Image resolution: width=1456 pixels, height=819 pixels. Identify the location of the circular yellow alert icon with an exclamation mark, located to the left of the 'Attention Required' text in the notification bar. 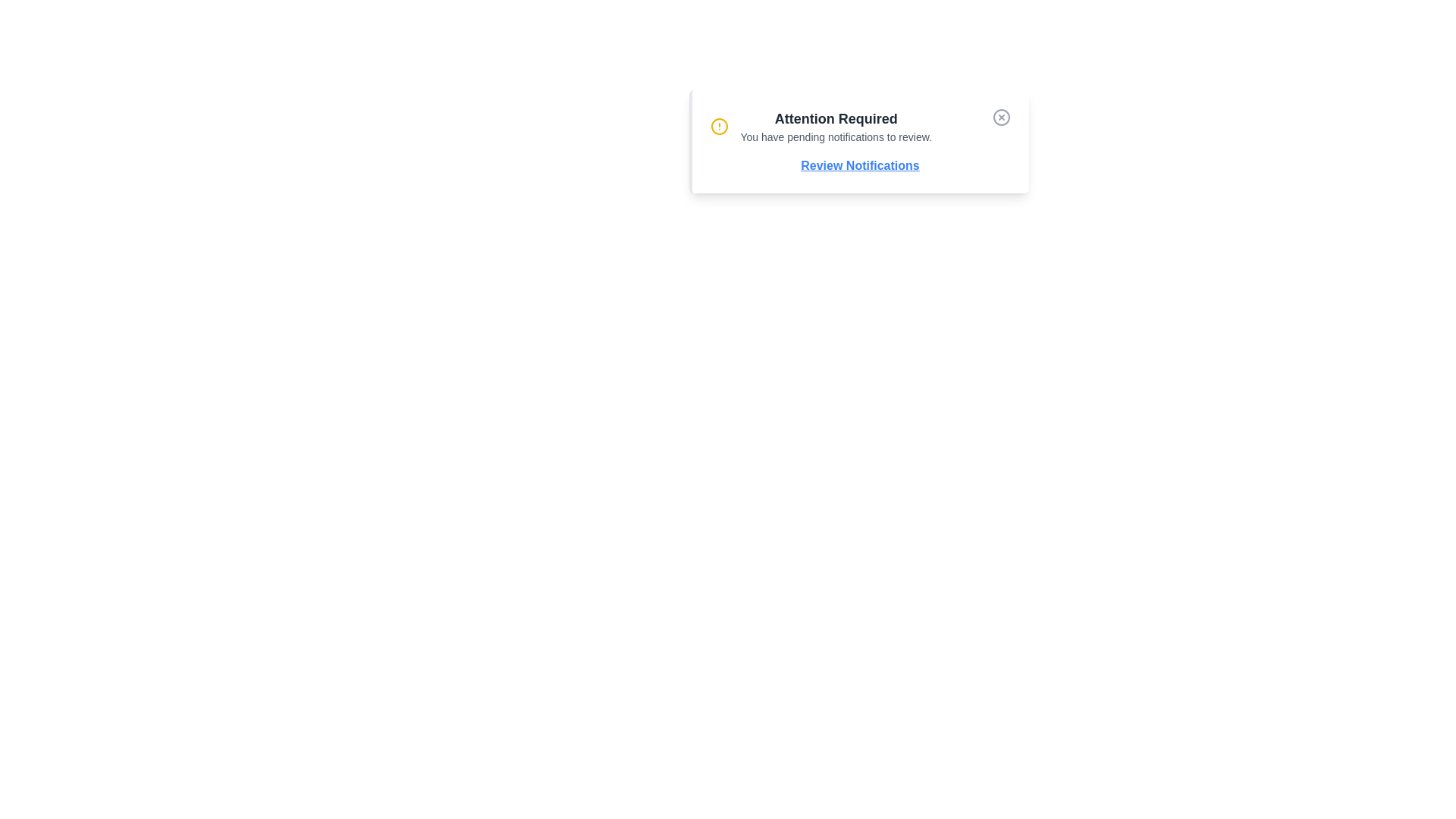
(718, 125).